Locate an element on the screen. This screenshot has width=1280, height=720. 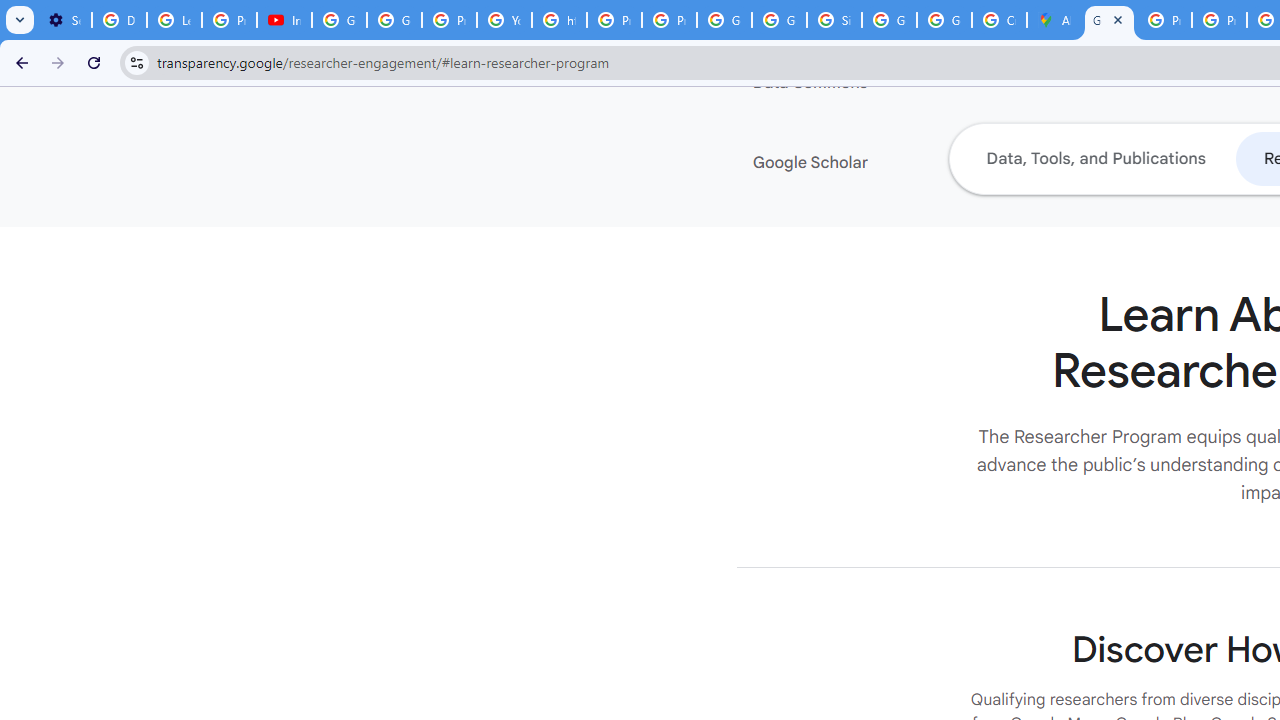
'Delete photos & videos - Computer - Google Photos Help' is located at coordinates (118, 20).